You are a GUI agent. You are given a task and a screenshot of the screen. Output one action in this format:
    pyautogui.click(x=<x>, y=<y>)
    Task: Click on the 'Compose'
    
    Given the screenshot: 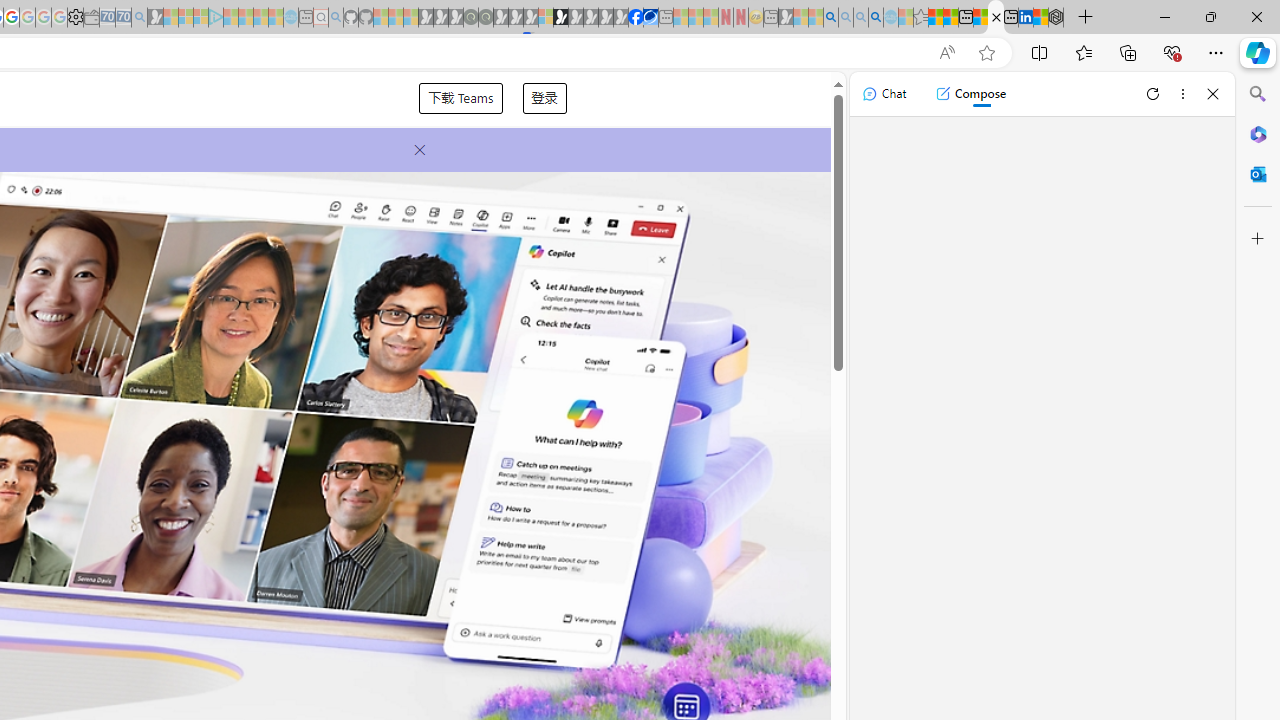 What is the action you would take?
    pyautogui.click(x=970, y=93)
    